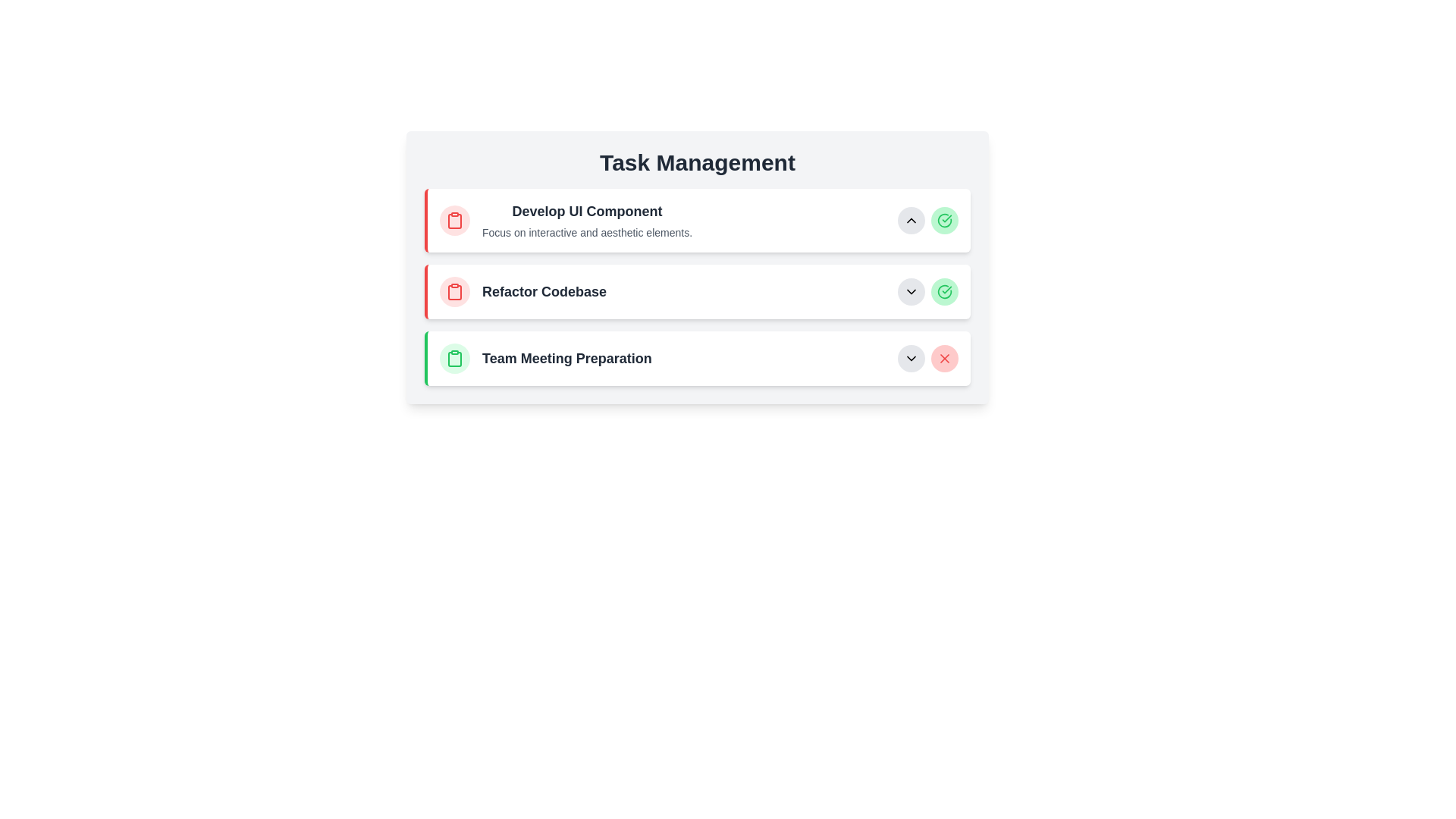 The image size is (1456, 819). Describe the element at coordinates (566, 359) in the screenshot. I see `the text label reading 'Team Meeting Preparation' which is styled with bold font and dark gray color, located in the third row of a vertical task list below 'Refactor Codebase' and to the right of the clipboard icon` at that location.